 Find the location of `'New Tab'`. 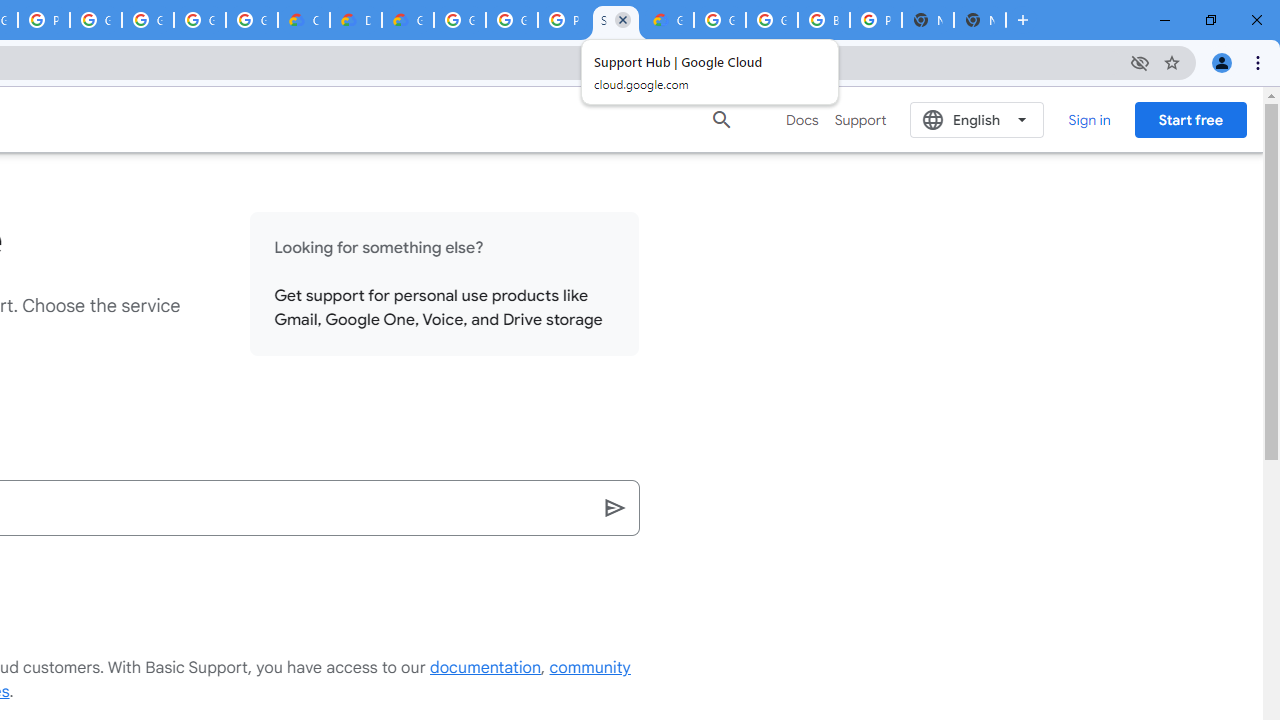

'New Tab' is located at coordinates (979, 20).